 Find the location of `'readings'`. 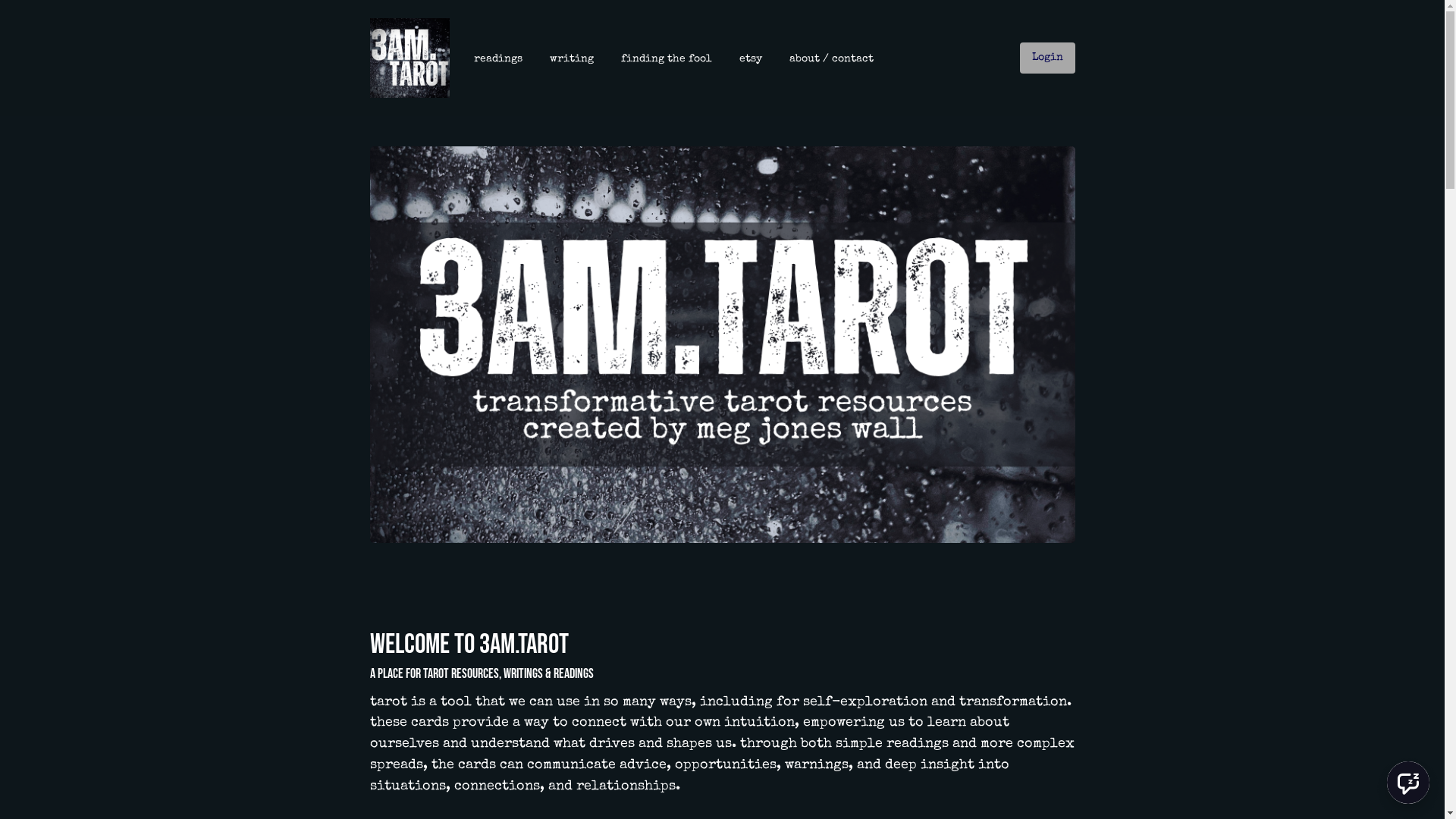

'readings' is located at coordinates (497, 58).